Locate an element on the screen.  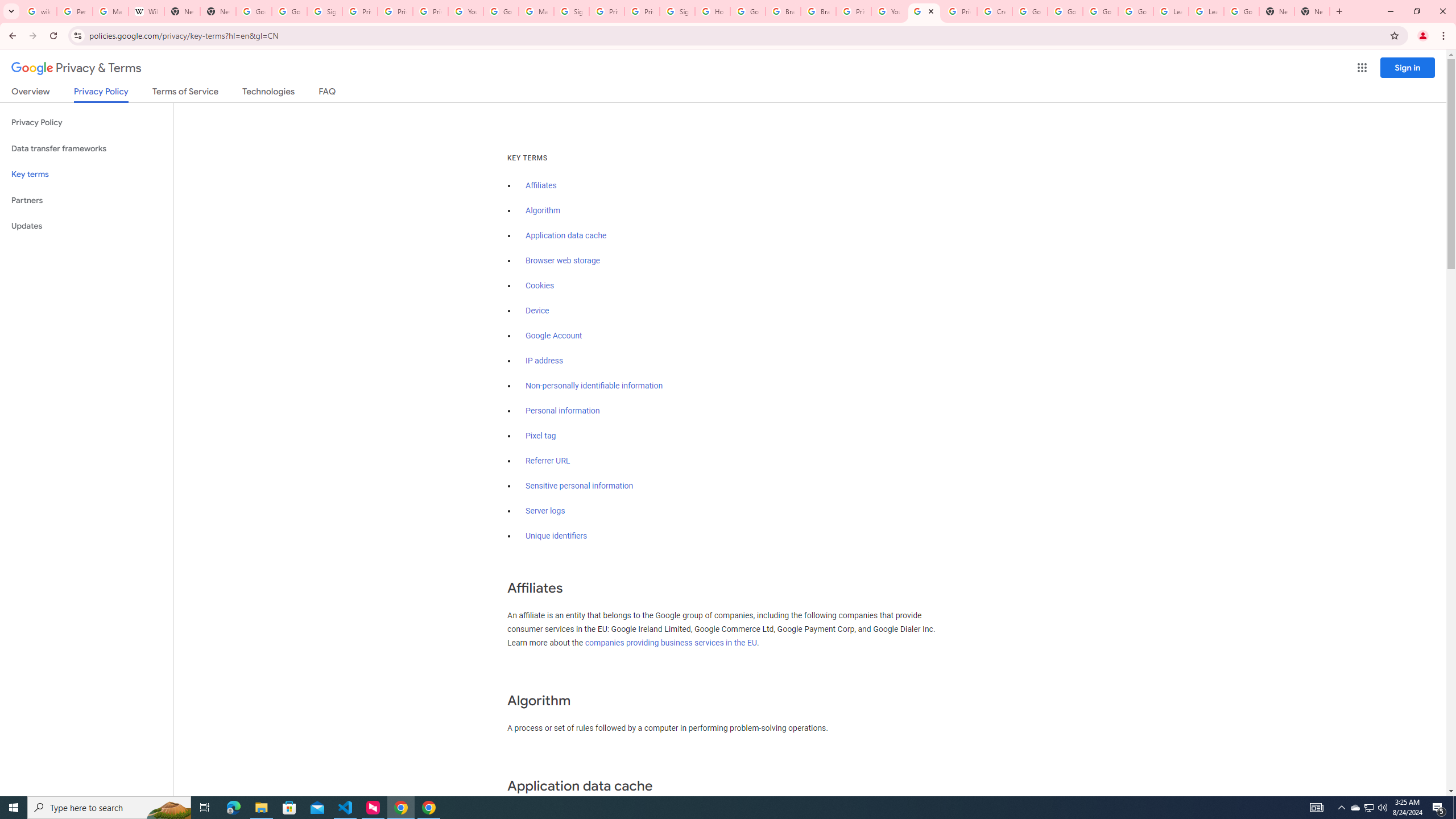
'Browser web storage' is located at coordinates (562, 260).